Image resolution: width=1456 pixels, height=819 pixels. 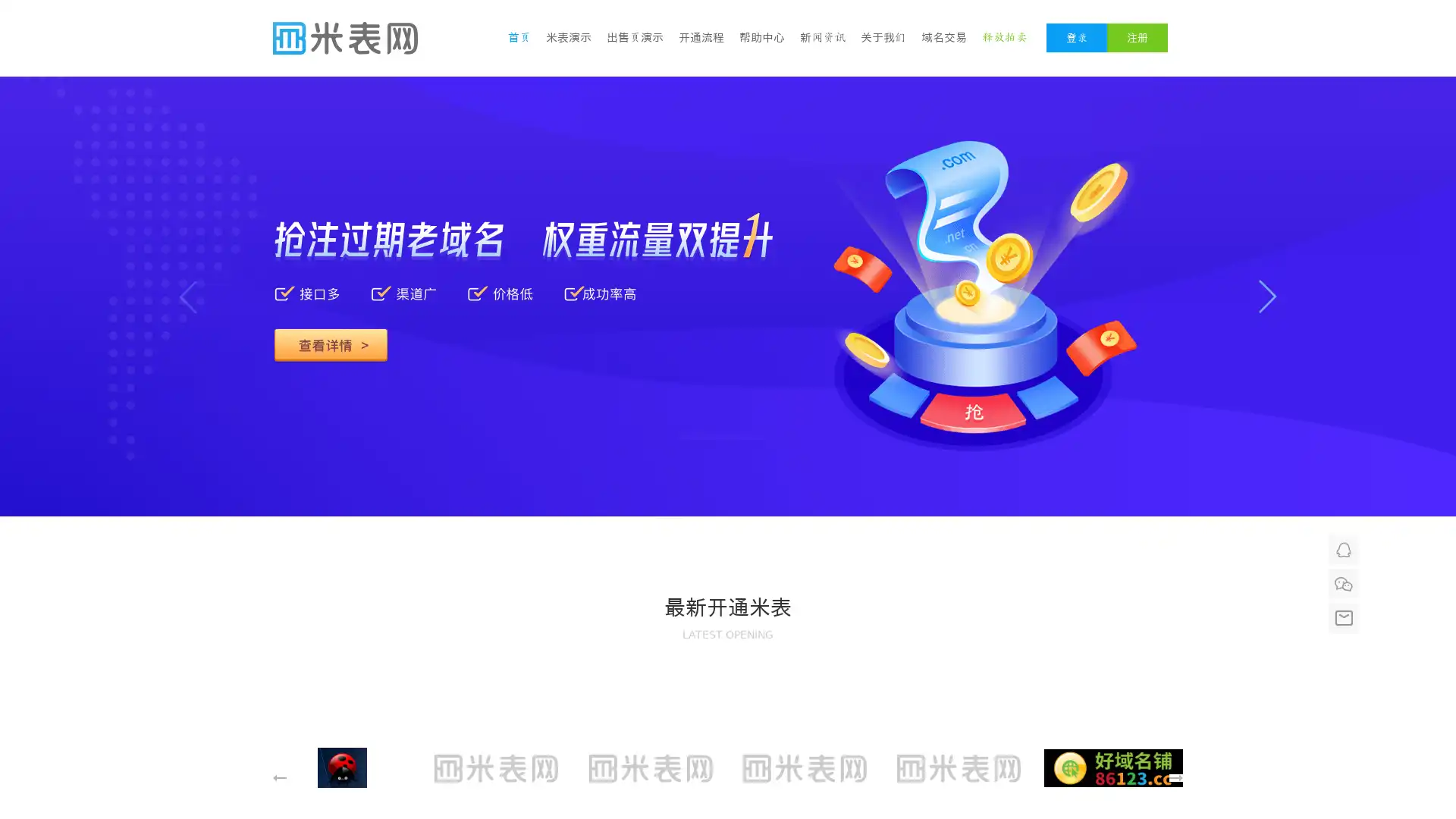 I want to click on Previous slide, so click(x=187, y=297).